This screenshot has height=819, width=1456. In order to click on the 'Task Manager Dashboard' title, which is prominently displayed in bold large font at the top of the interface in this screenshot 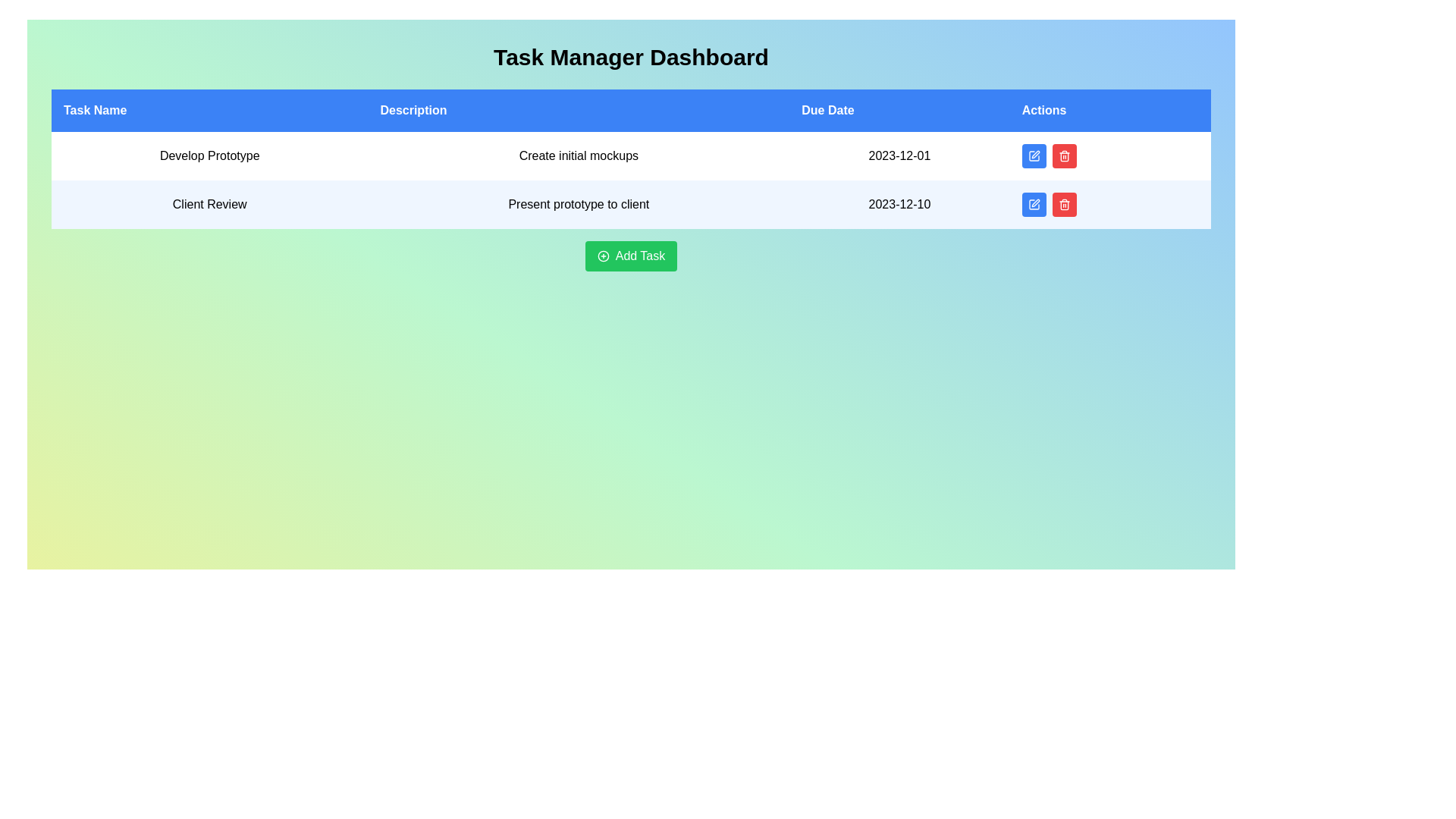, I will do `click(631, 57)`.